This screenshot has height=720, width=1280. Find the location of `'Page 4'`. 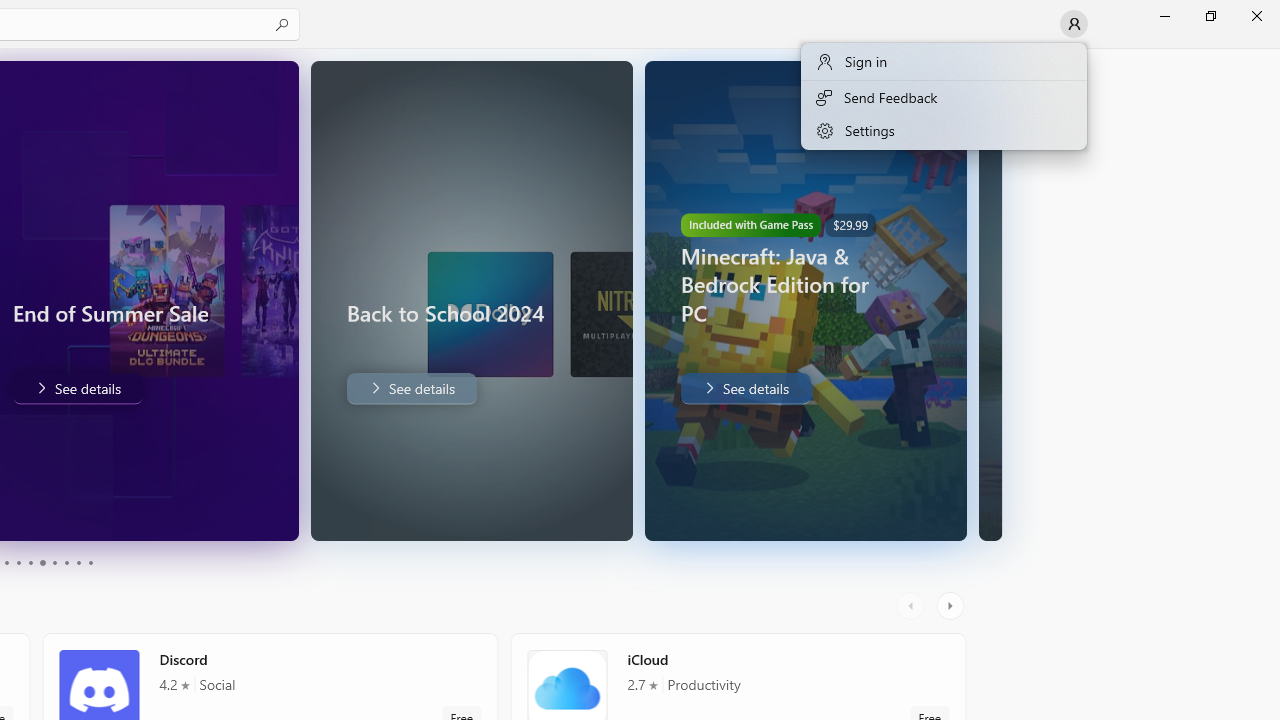

'Page 4' is located at coordinates (17, 563).